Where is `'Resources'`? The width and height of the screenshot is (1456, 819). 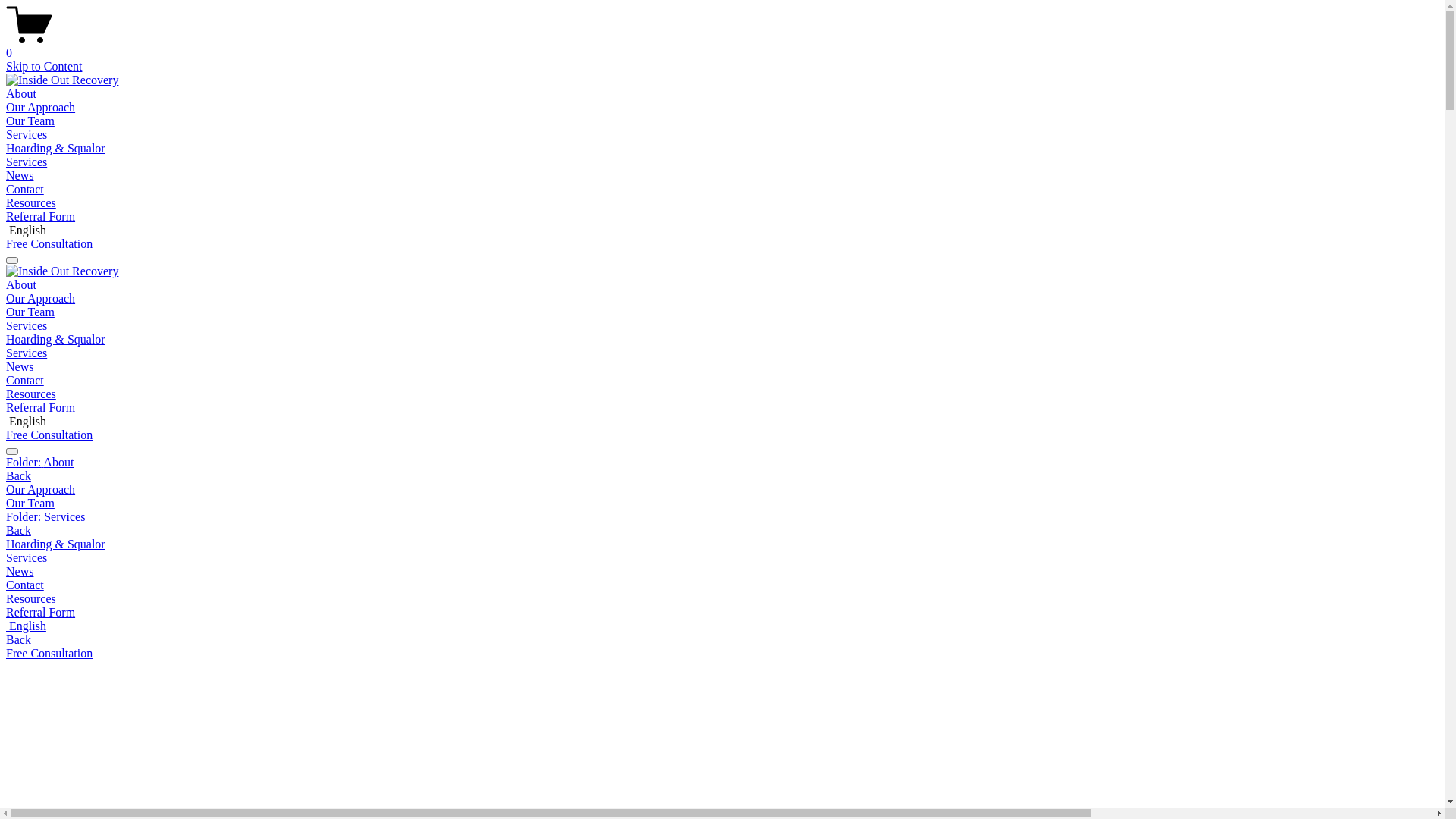 'Resources' is located at coordinates (721, 598).